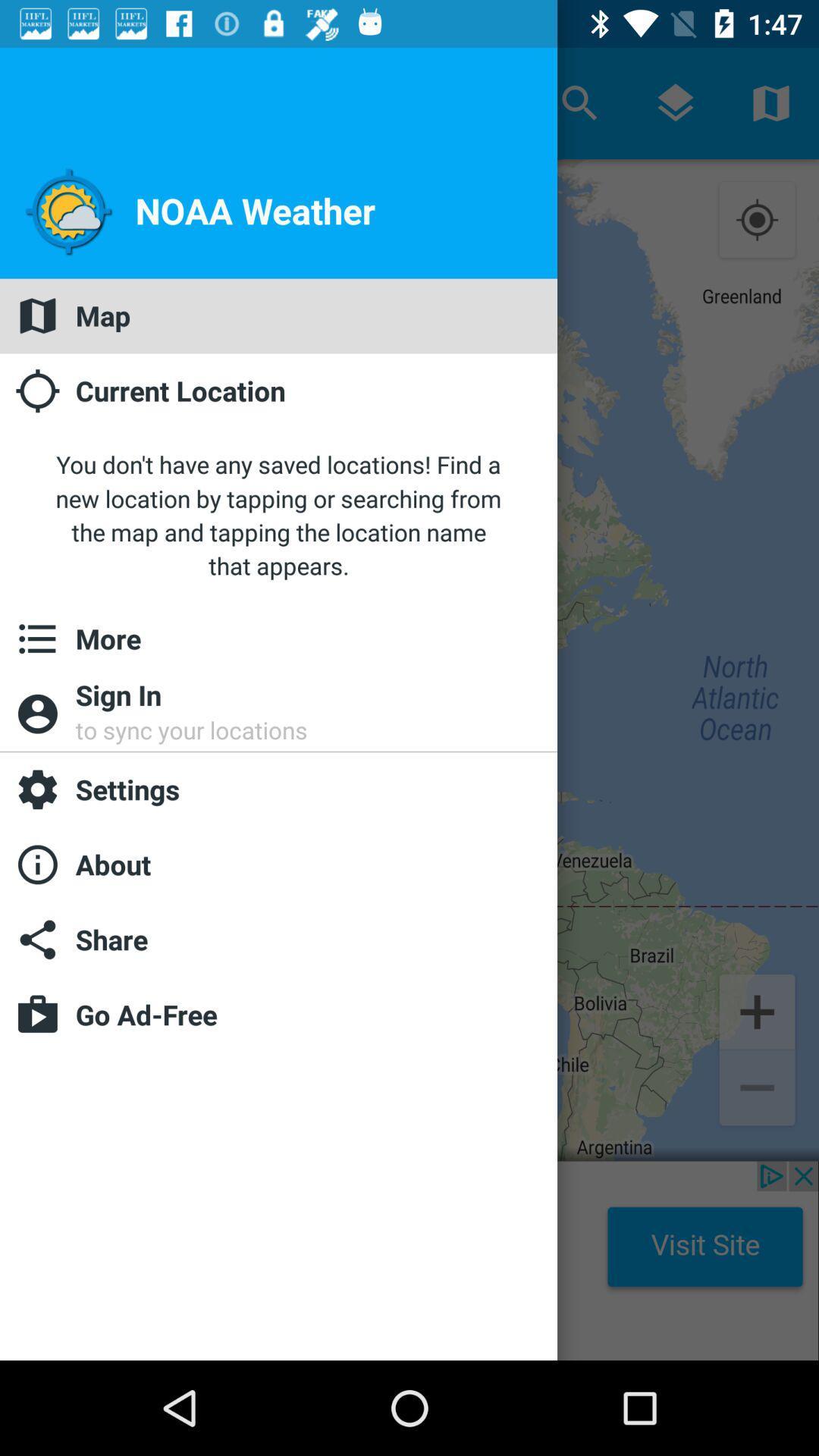 Image resolution: width=819 pixels, height=1456 pixels. I want to click on the location_crosshair icon, so click(757, 220).